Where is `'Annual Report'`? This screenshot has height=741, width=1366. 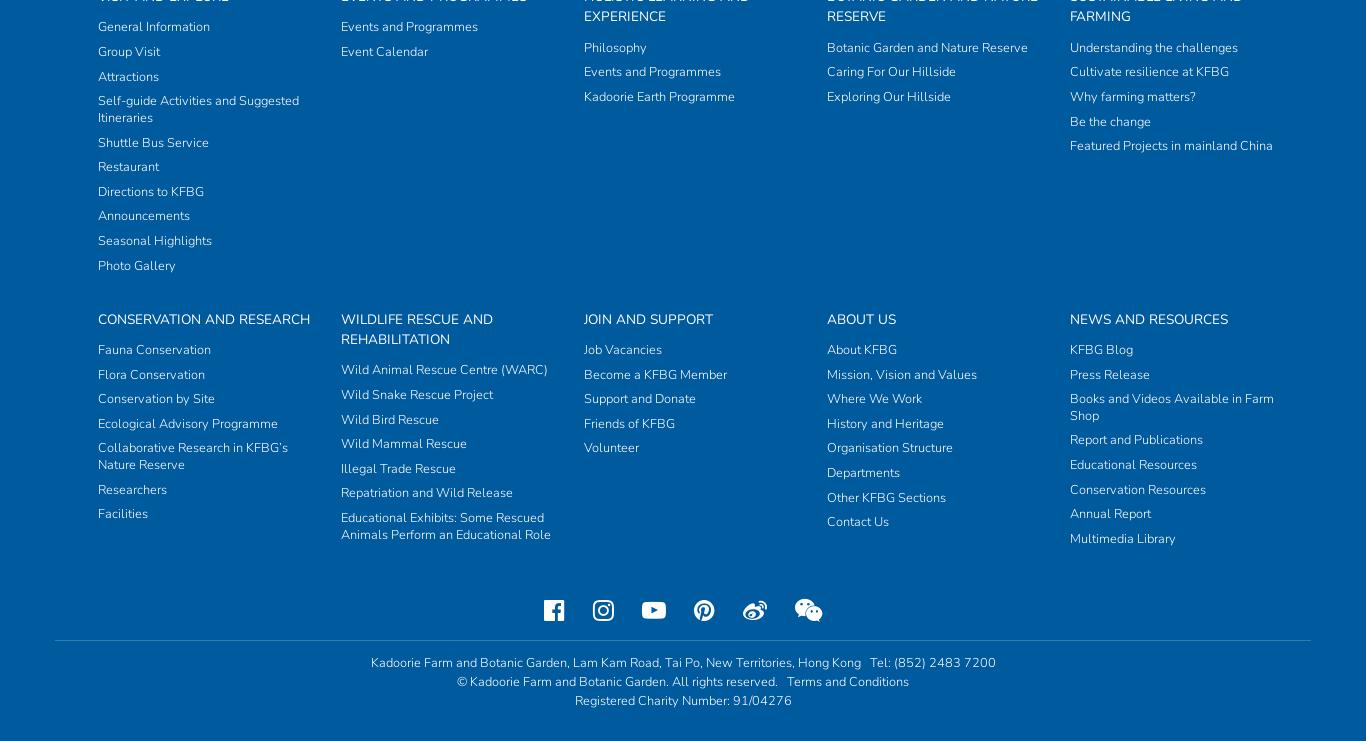
'Annual Report' is located at coordinates (1109, 122).